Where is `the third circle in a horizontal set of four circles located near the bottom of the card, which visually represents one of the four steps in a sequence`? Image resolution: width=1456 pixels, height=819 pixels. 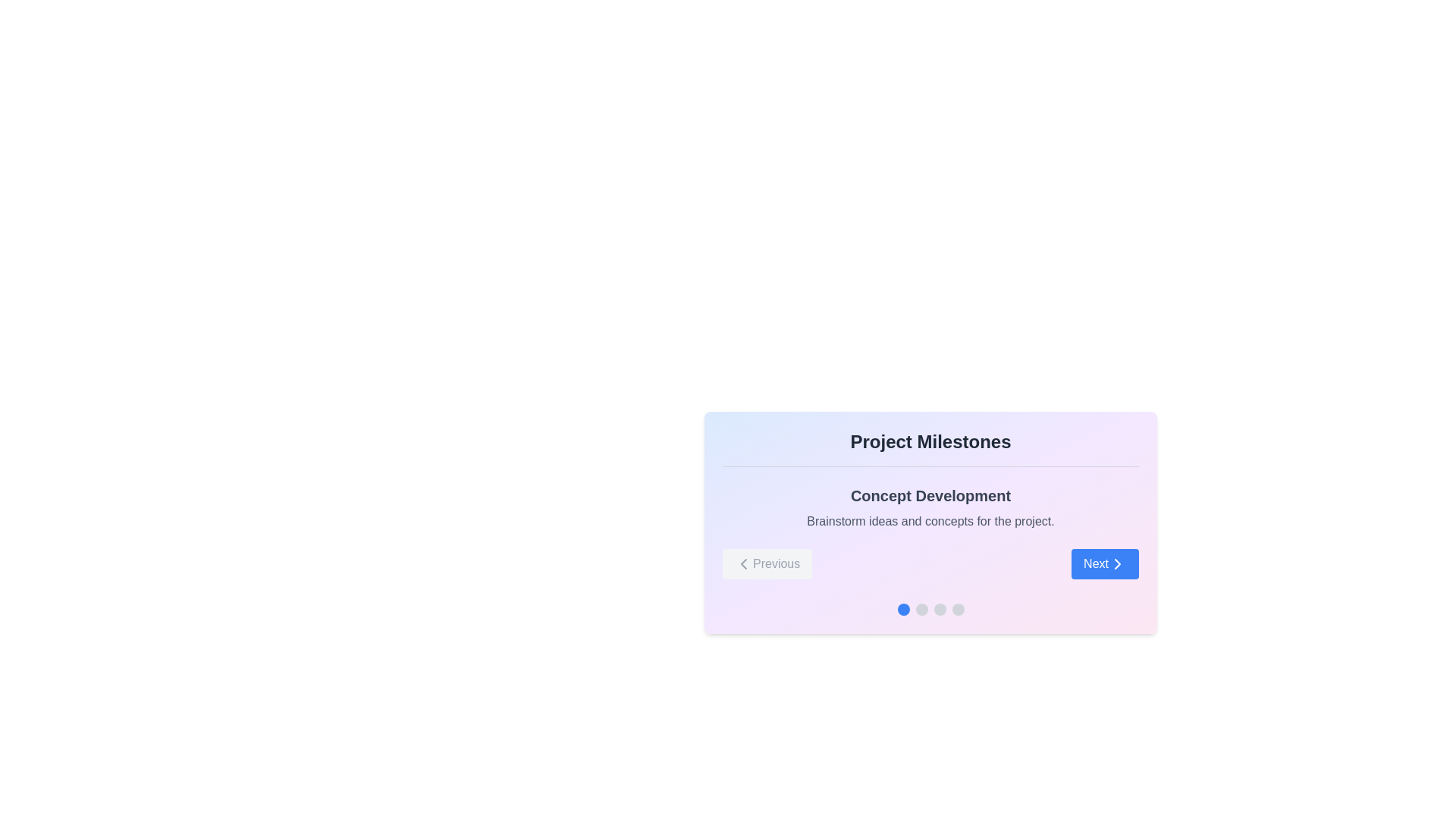
the third circle in a horizontal set of four circles located near the bottom of the card, which visually represents one of the four steps in a sequence is located at coordinates (939, 608).